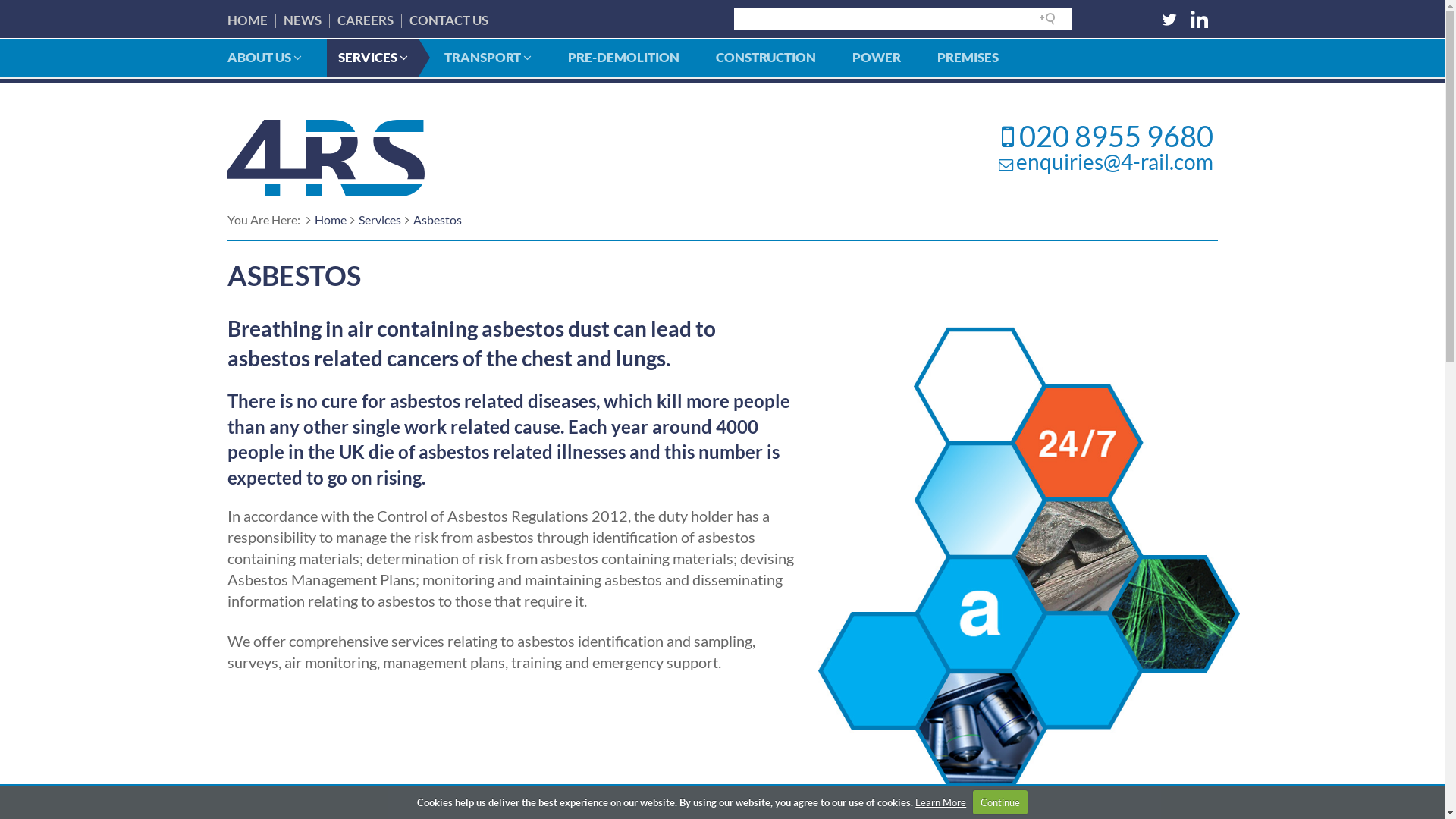  What do you see at coordinates (1000, 801) in the screenshot?
I see `'Continue'` at bounding box center [1000, 801].